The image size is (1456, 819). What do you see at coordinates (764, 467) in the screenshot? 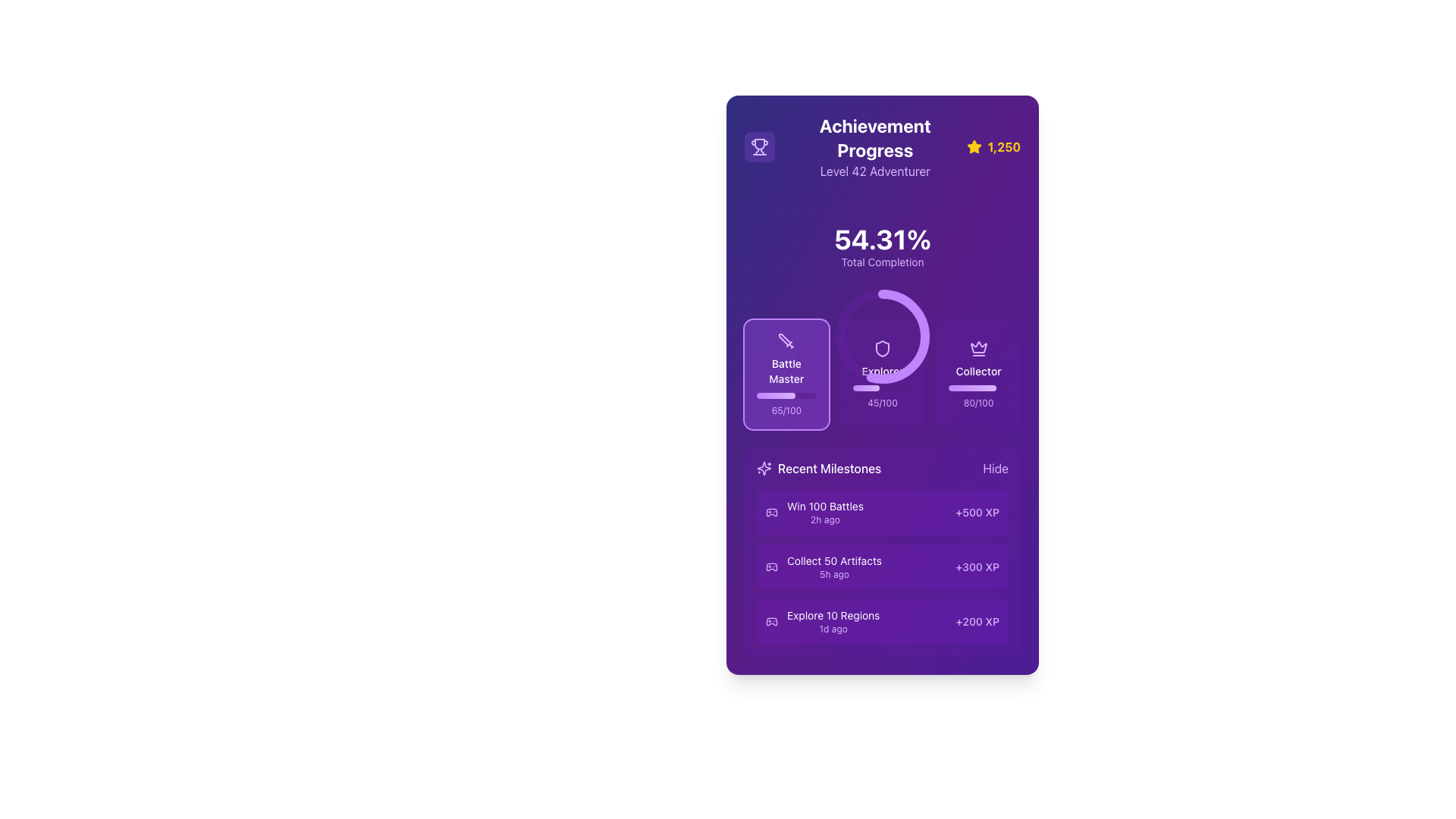
I see `the decorative sparkles pattern icon, which is styled in purple and located to the left of the 'Recent Milestones' section header, indicating celebration or achievement` at bounding box center [764, 467].